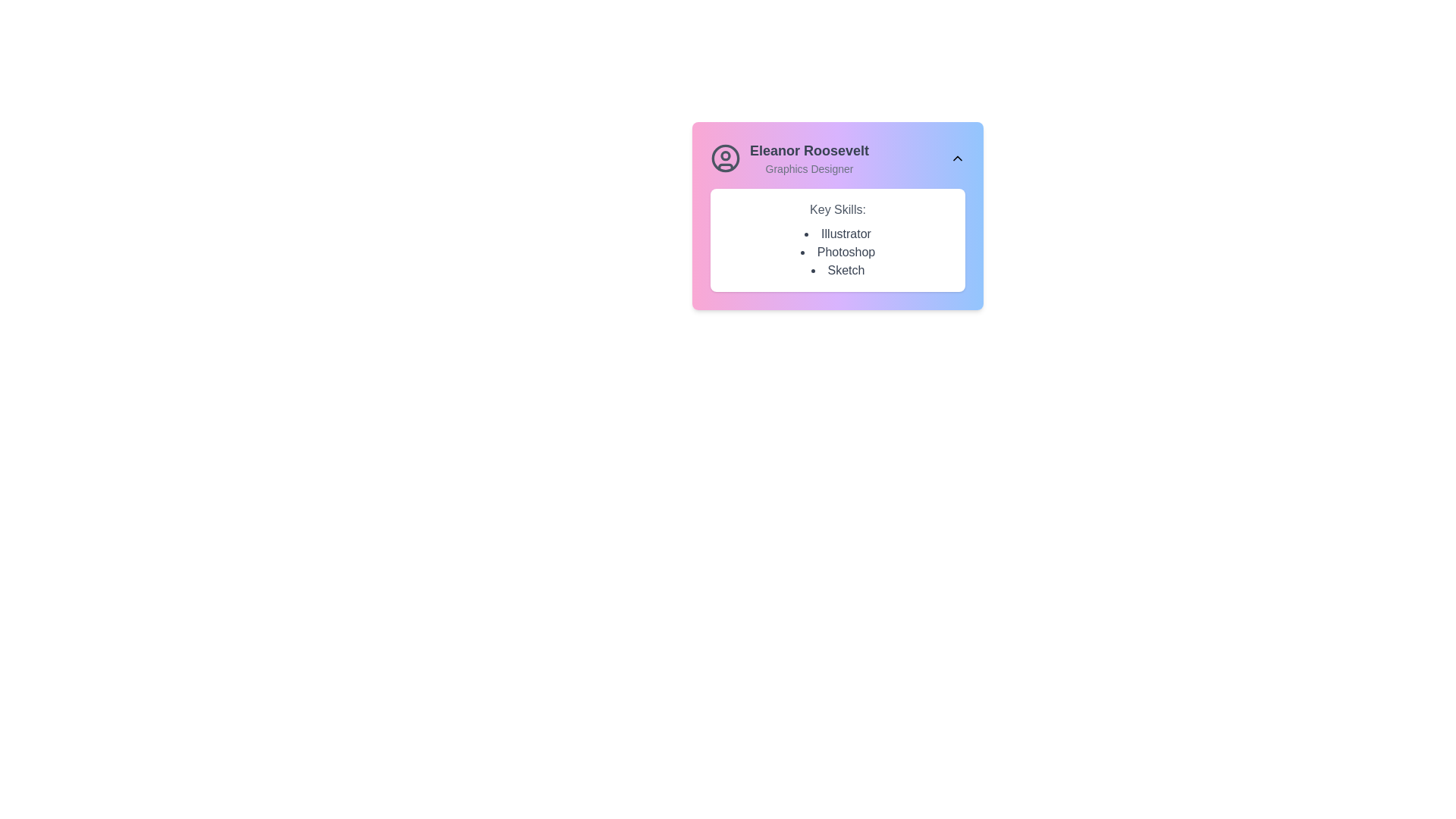 Image resolution: width=1456 pixels, height=819 pixels. Describe the element at coordinates (956, 158) in the screenshot. I see `the small upward pointing triangular button with a black outline on a light blue background located at the top-right corner of the card for 'Eleanor Roosevelt' to trigger a tooltip or effect` at that location.